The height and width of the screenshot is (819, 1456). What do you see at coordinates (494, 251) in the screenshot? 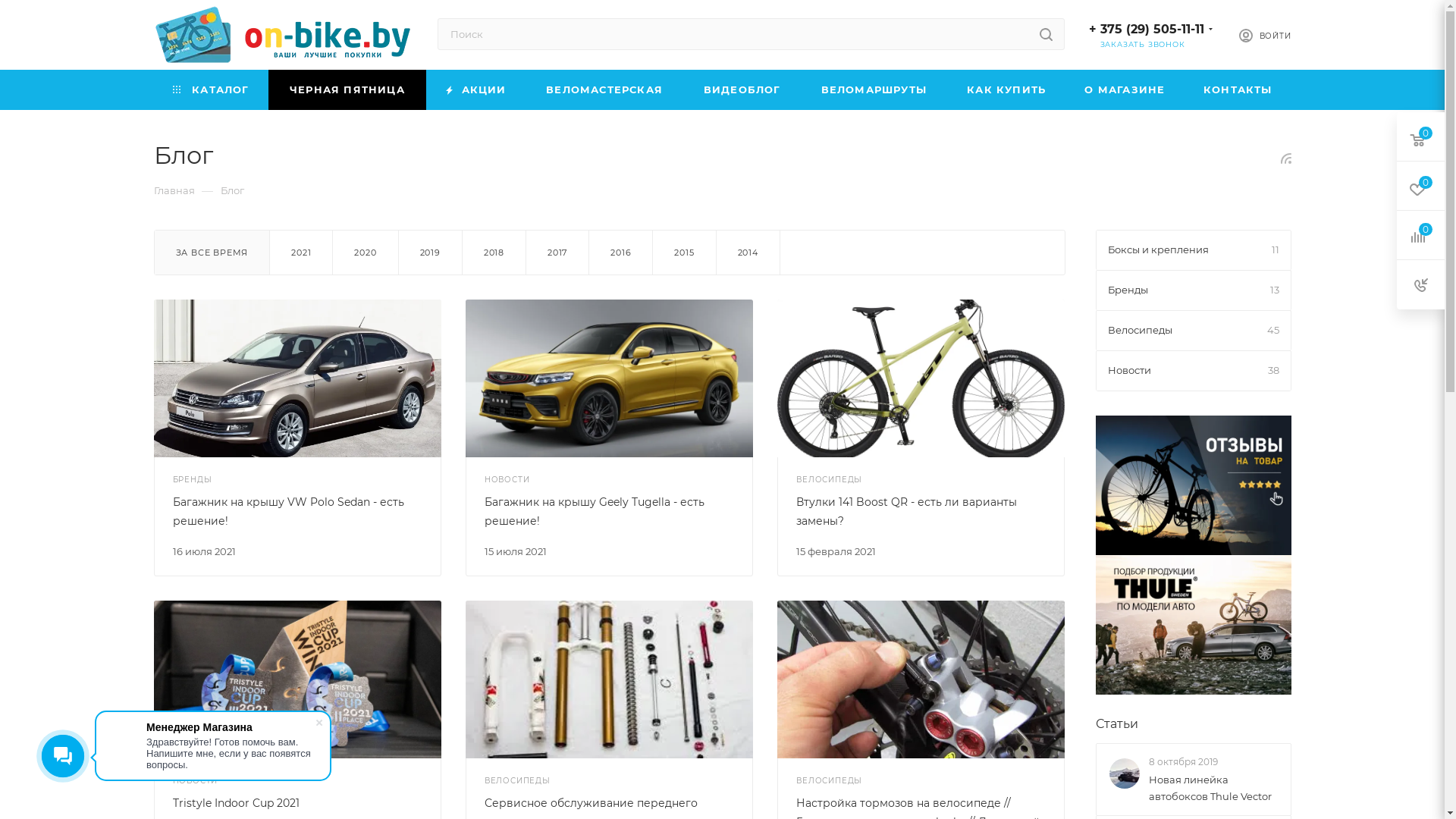
I see `'2018'` at bounding box center [494, 251].